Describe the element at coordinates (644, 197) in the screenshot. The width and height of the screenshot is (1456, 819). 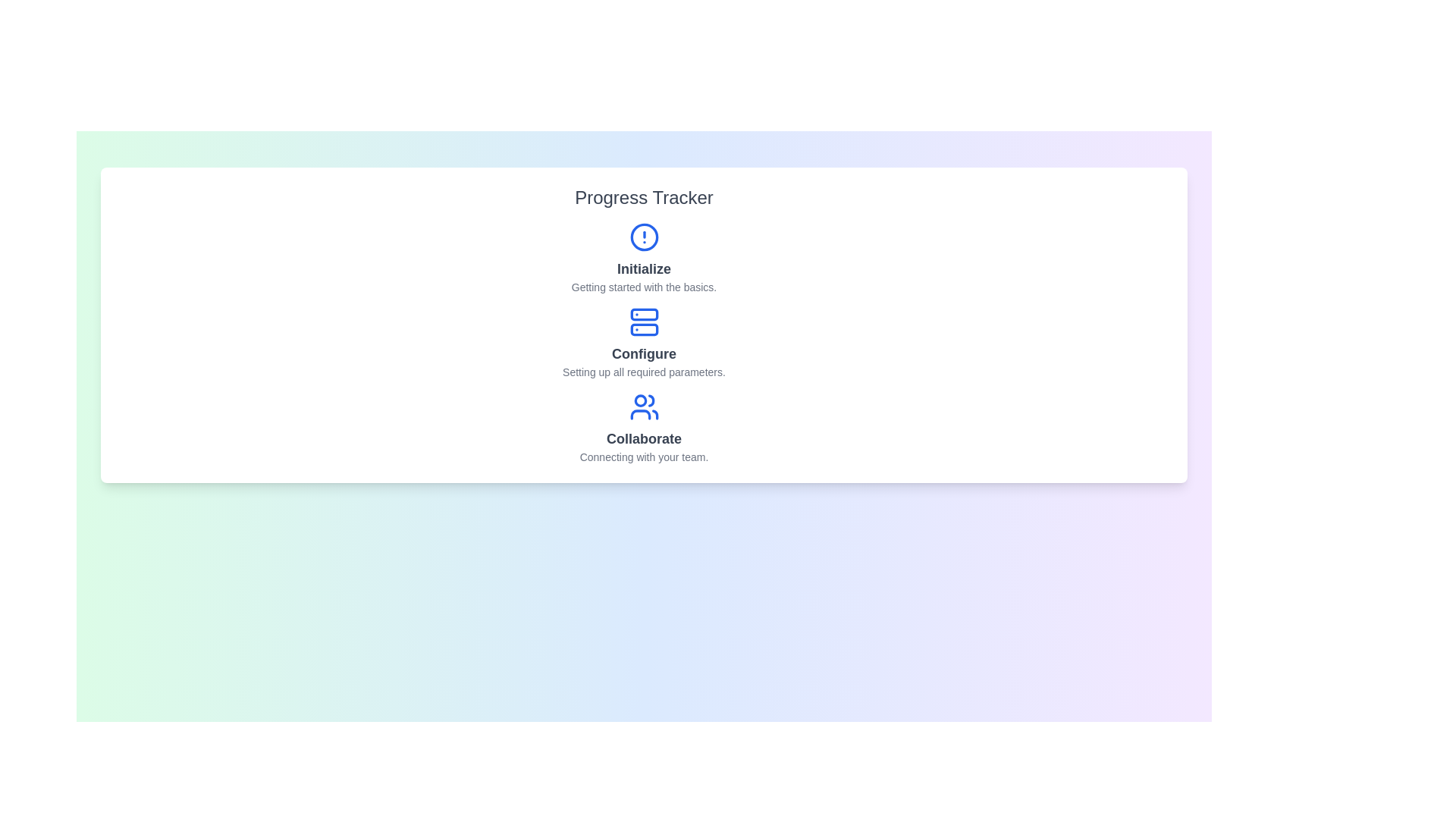
I see `the text 'Progress Tracker' to select it` at that location.